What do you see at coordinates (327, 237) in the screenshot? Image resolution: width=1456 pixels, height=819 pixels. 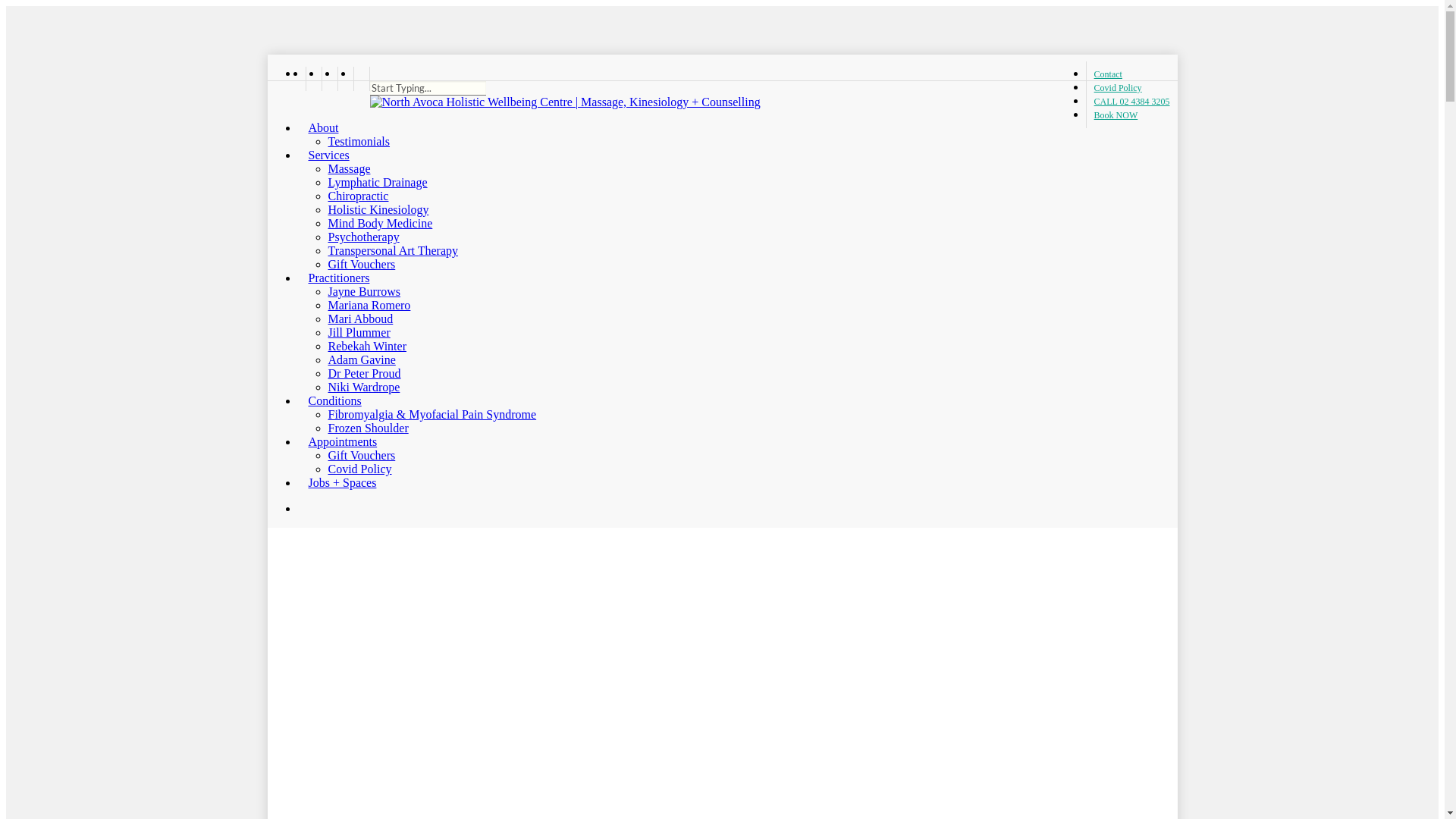 I see `'Psychotherapy'` at bounding box center [327, 237].